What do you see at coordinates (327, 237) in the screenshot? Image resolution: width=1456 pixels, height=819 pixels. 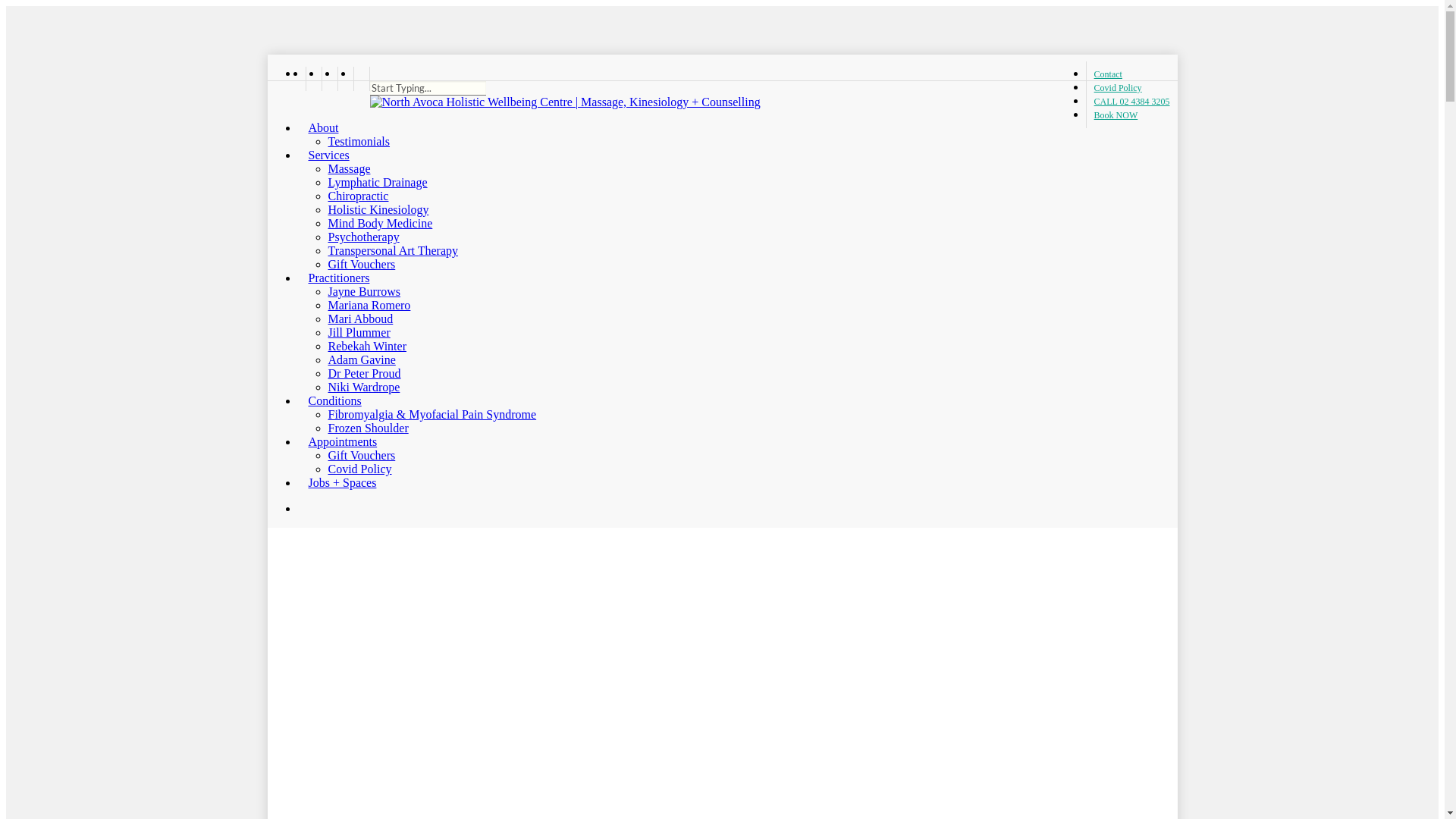 I see `'Psychotherapy'` at bounding box center [327, 237].